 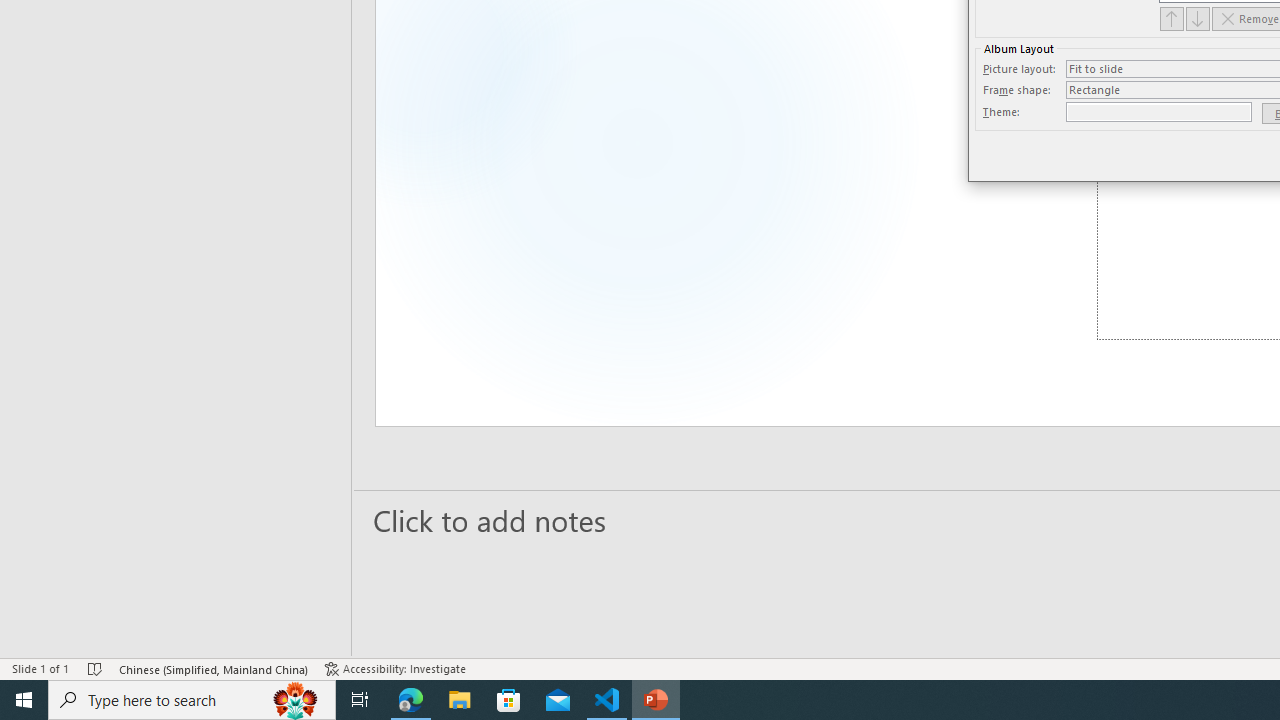 What do you see at coordinates (459, 698) in the screenshot?
I see `'File Explorer'` at bounding box center [459, 698].